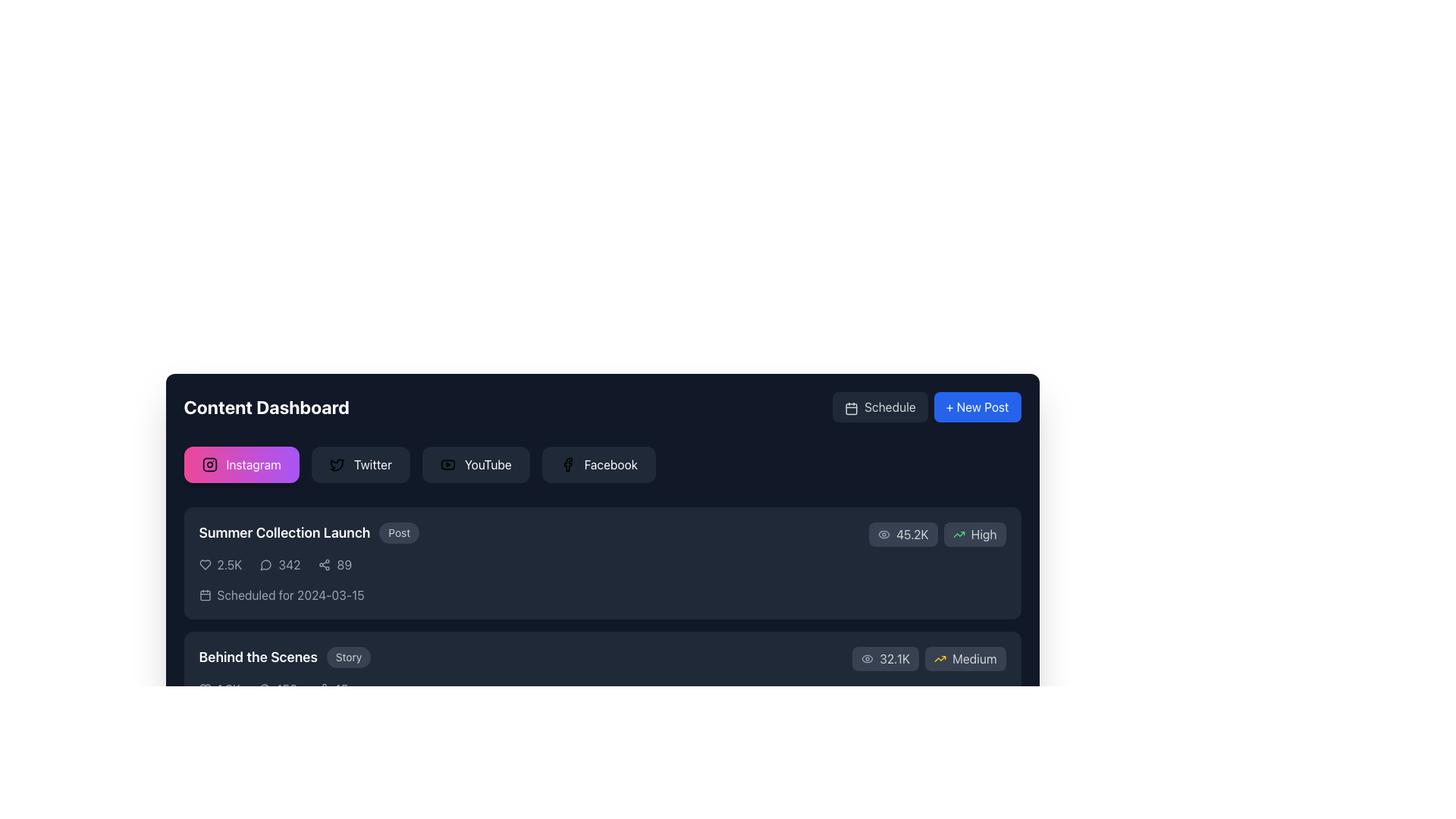 Image resolution: width=1456 pixels, height=819 pixels. What do you see at coordinates (280, 564) in the screenshot?
I see `the comments count element associated with the 'Summer Collection Launch' post, which is located in the second position of the engagement statistics group in the dashboard under the 'Instagram' tab` at bounding box center [280, 564].